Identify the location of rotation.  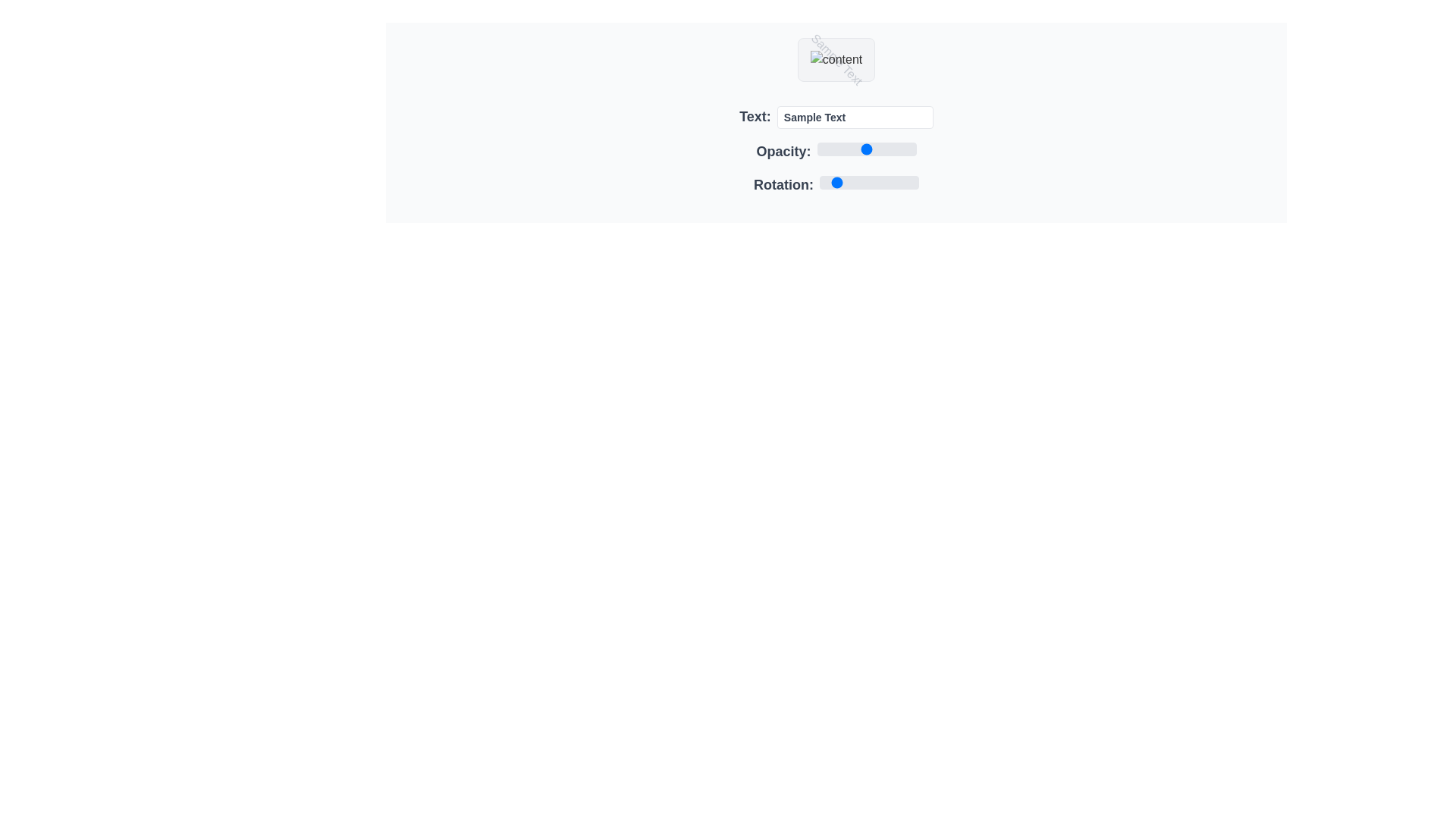
(885, 181).